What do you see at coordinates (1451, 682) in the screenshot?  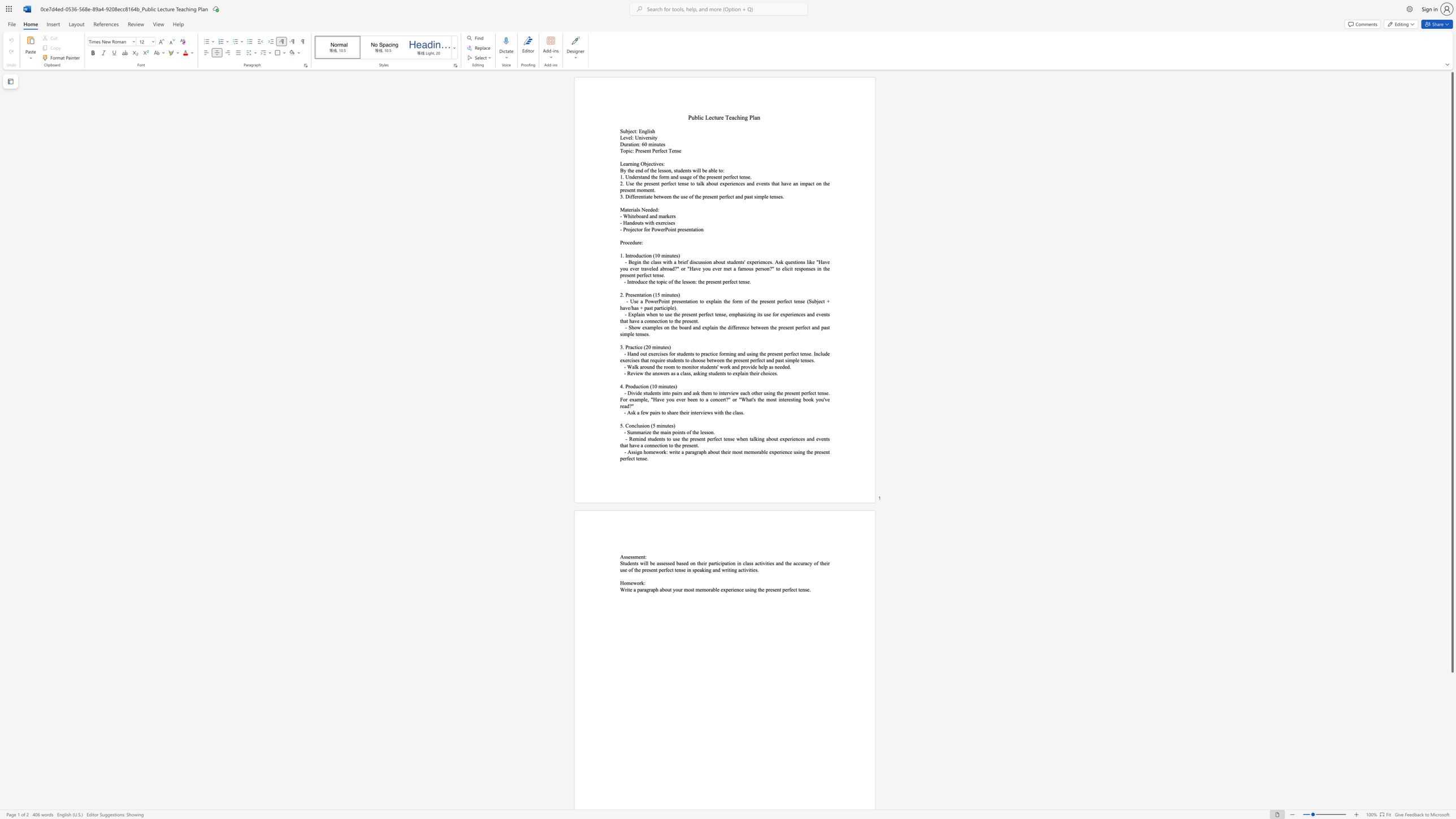 I see `the scrollbar on the right to move the page downward` at bounding box center [1451, 682].